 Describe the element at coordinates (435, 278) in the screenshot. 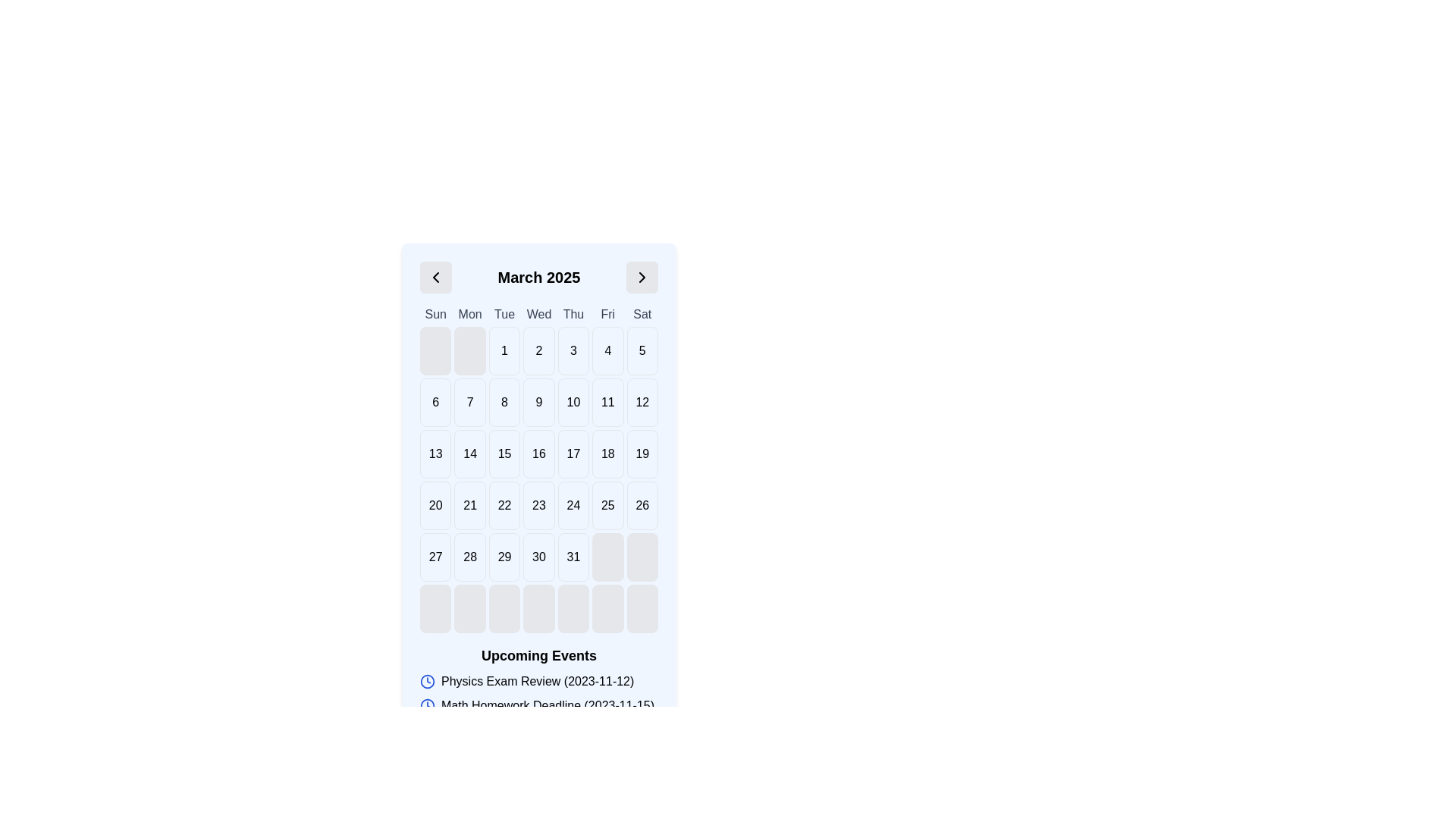

I see `the navigation icon within the left button next to the month/year header 'March 2025'` at that location.